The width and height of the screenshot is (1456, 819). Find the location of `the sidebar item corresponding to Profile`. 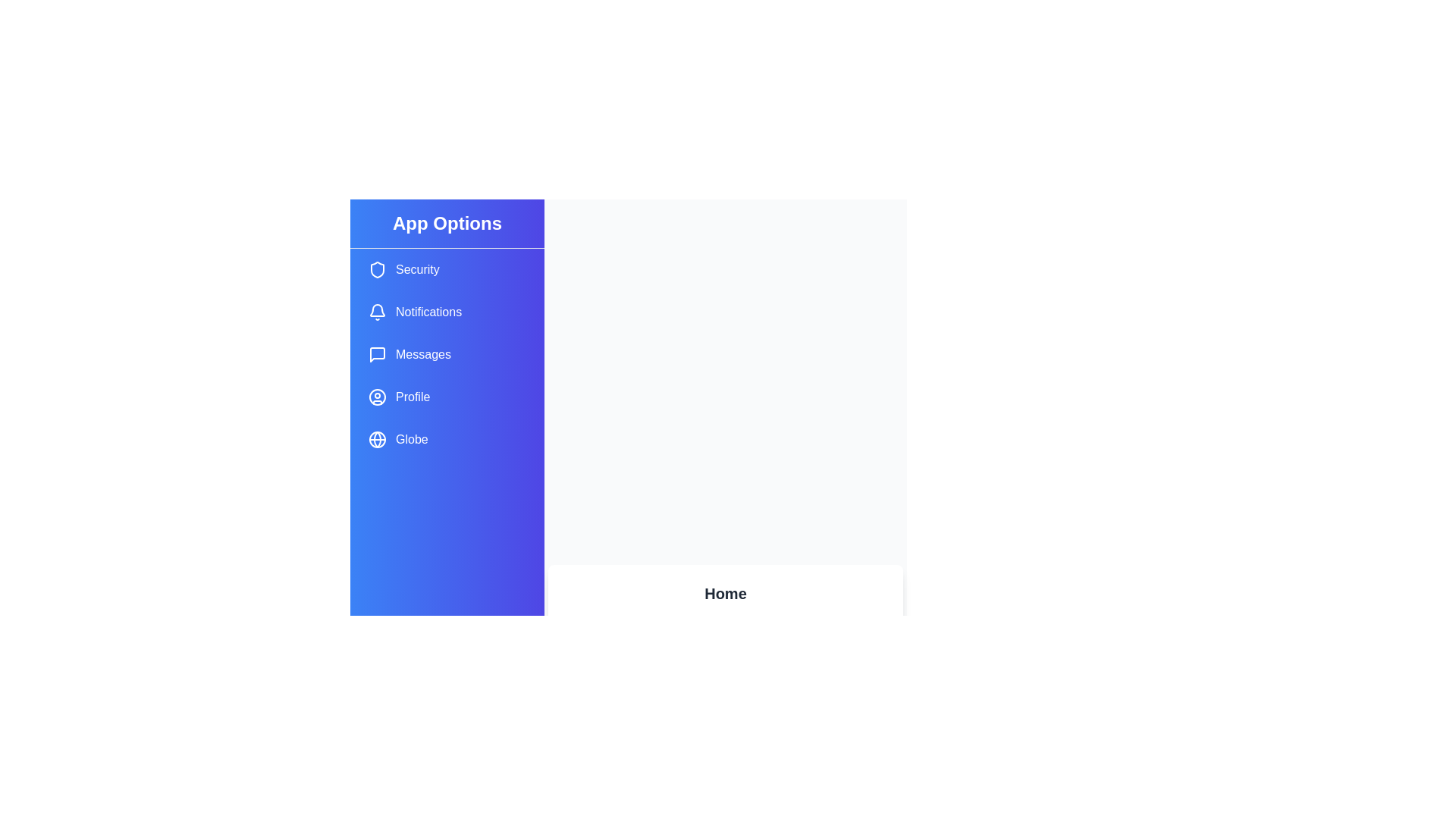

the sidebar item corresponding to Profile is located at coordinates (447, 397).